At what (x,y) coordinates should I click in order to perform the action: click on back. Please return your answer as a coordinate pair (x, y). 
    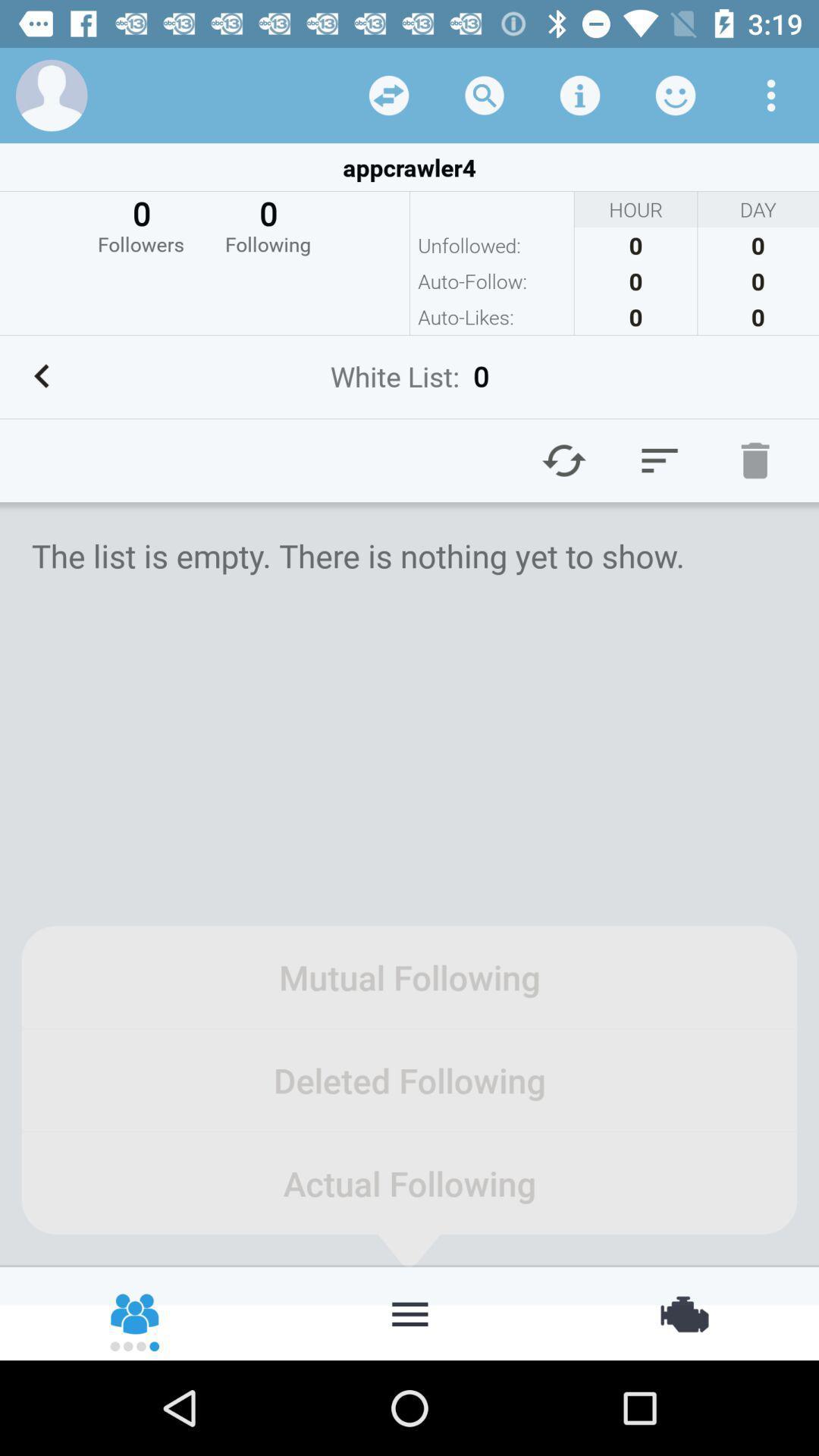
    Looking at the image, I should click on (388, 94).